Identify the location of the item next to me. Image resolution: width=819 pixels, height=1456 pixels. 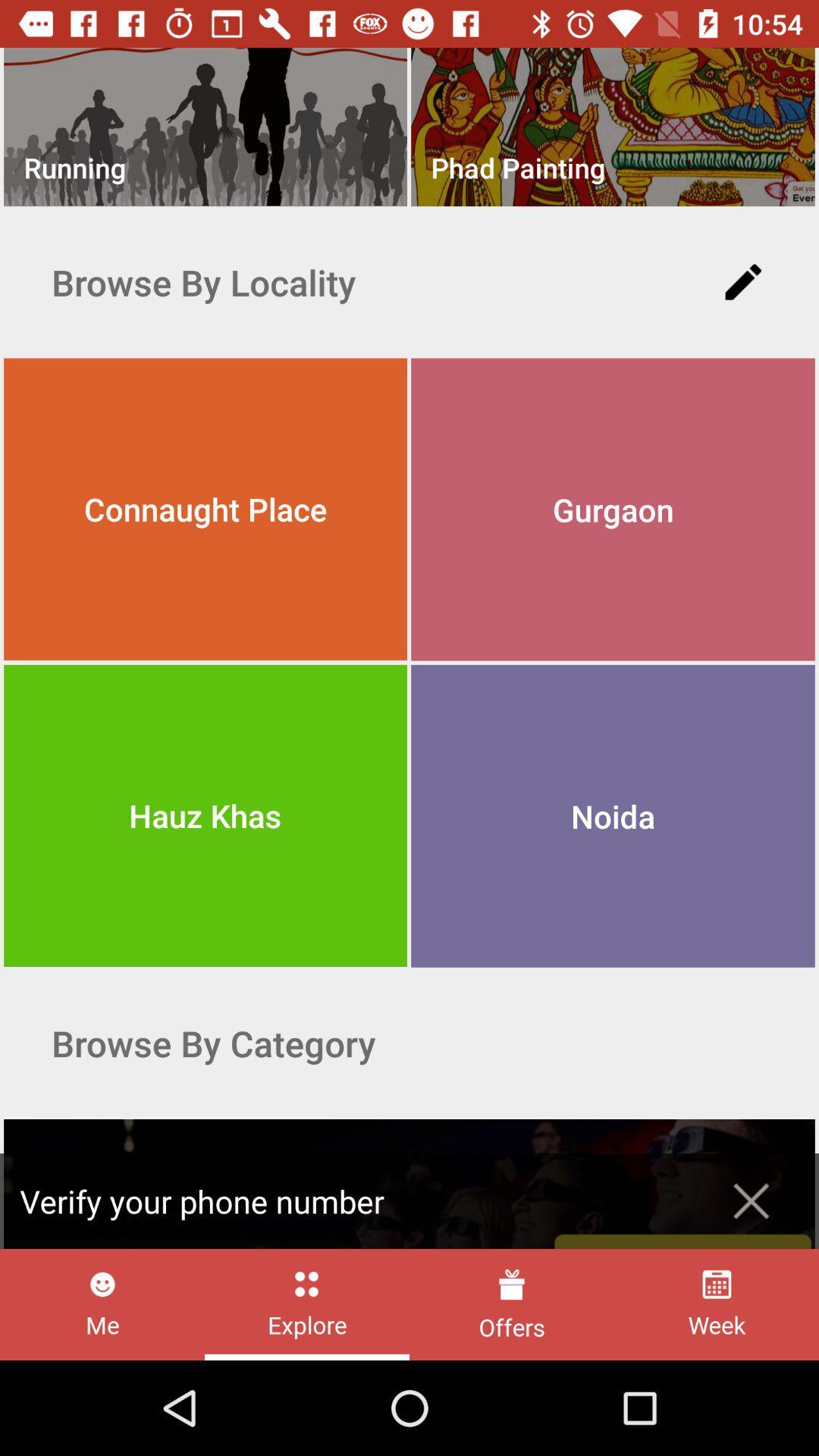
(307, 1304).